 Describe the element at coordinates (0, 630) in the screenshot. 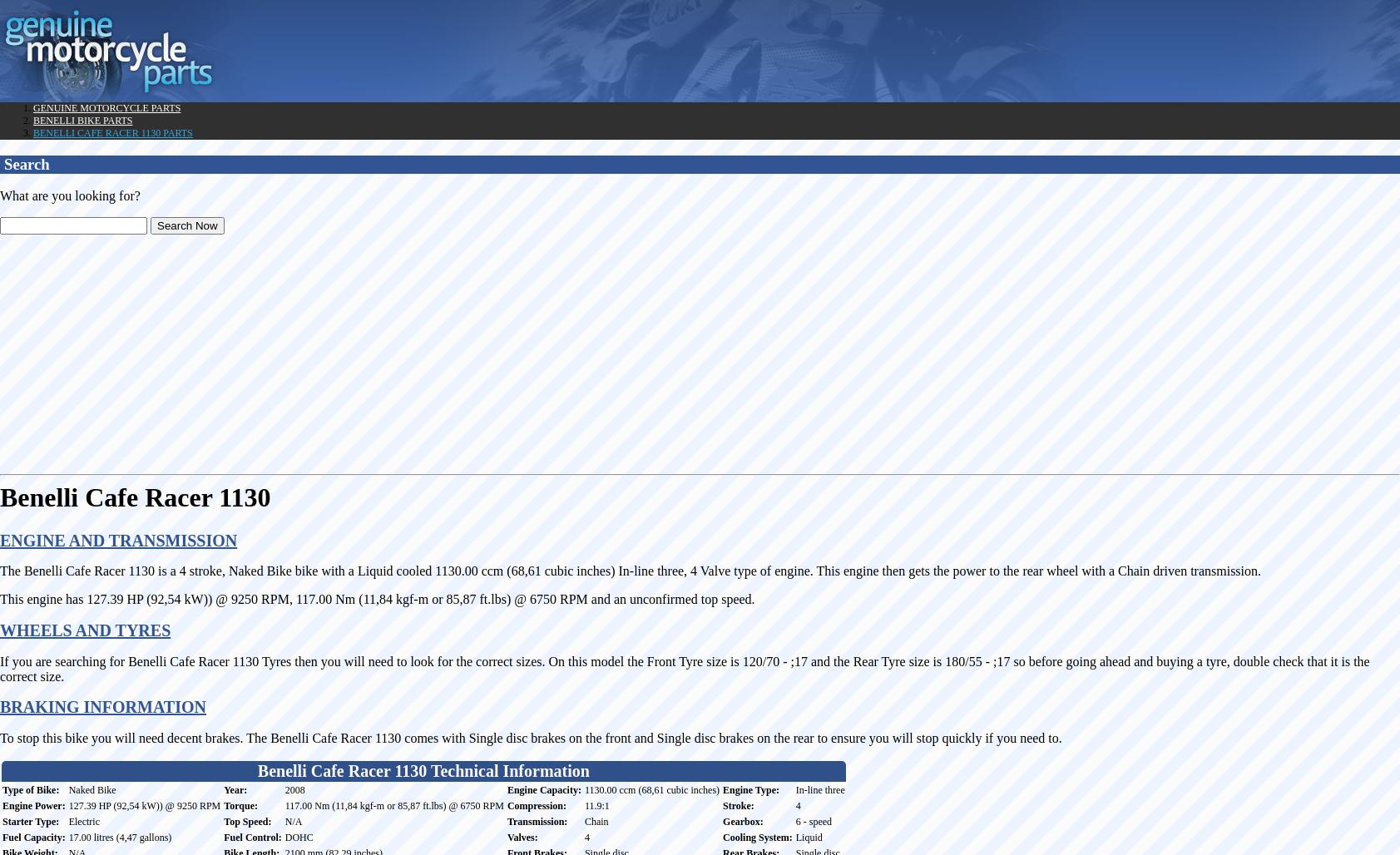

I see `'Wheels and Tyres'` at that location.